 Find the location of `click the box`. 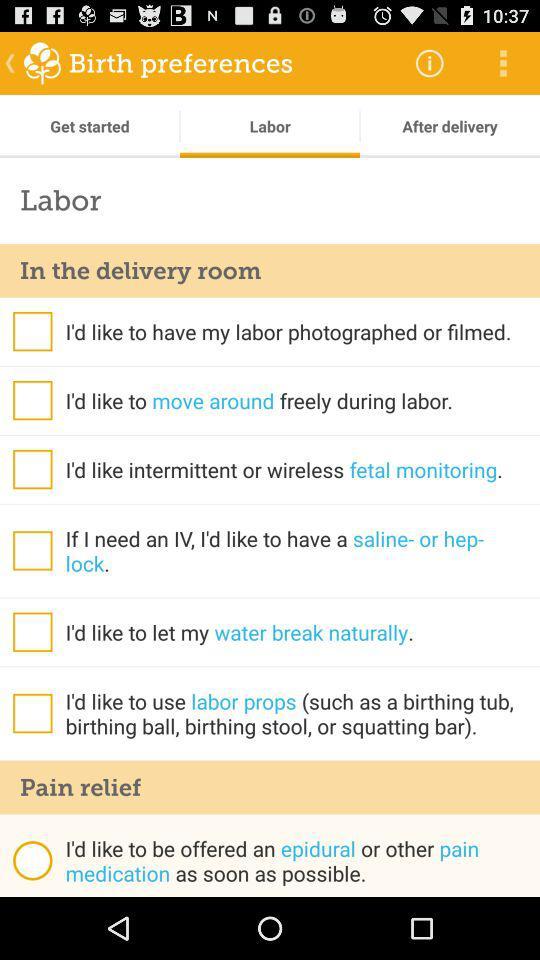

click the box is located at coordinates (31, 399).